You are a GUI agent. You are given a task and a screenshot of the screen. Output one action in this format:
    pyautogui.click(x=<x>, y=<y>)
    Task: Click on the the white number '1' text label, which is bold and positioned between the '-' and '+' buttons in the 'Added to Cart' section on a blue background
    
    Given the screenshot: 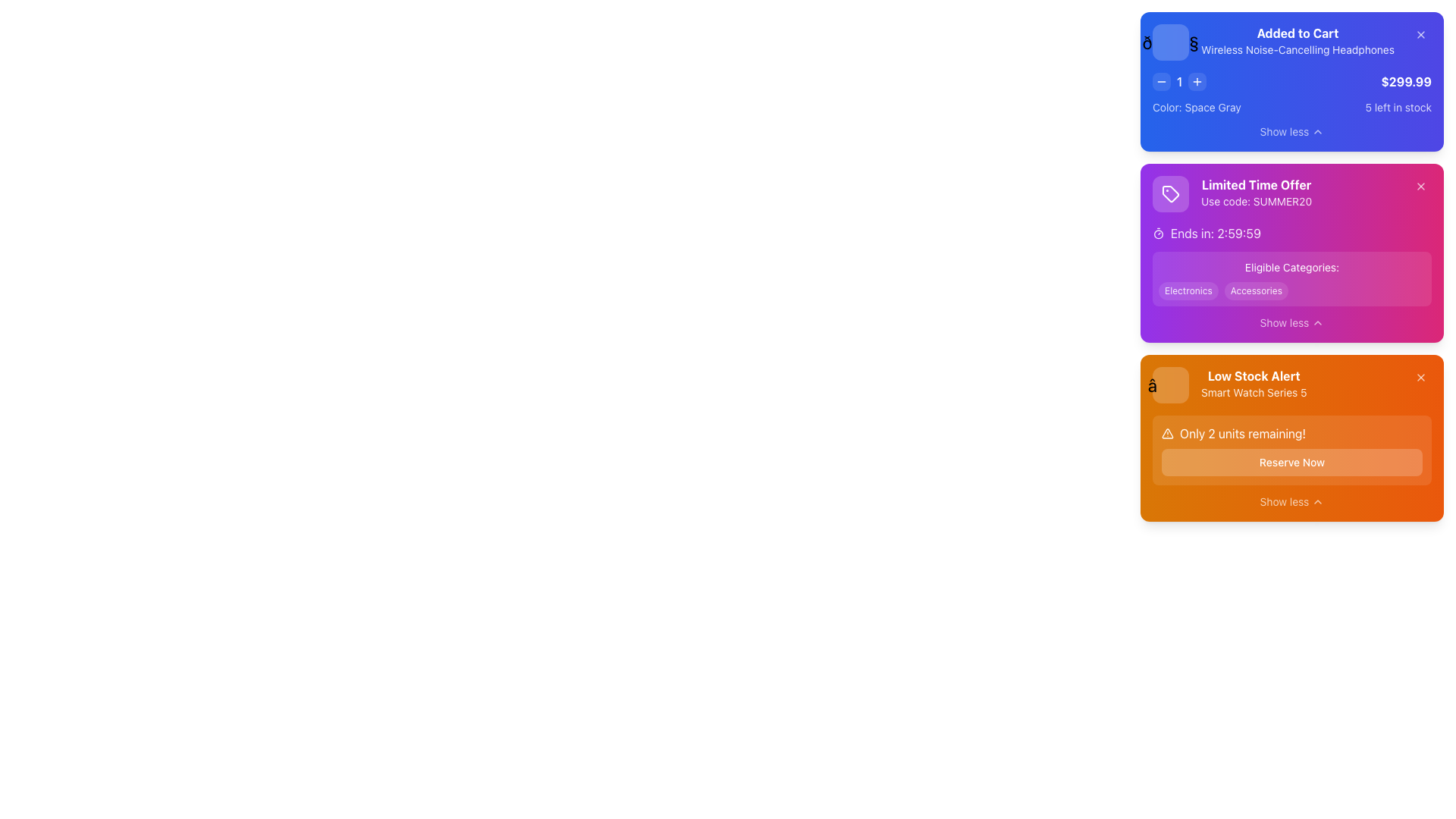 What is the action you would take?
    pyautogui.click(x=1178, y=82)
    